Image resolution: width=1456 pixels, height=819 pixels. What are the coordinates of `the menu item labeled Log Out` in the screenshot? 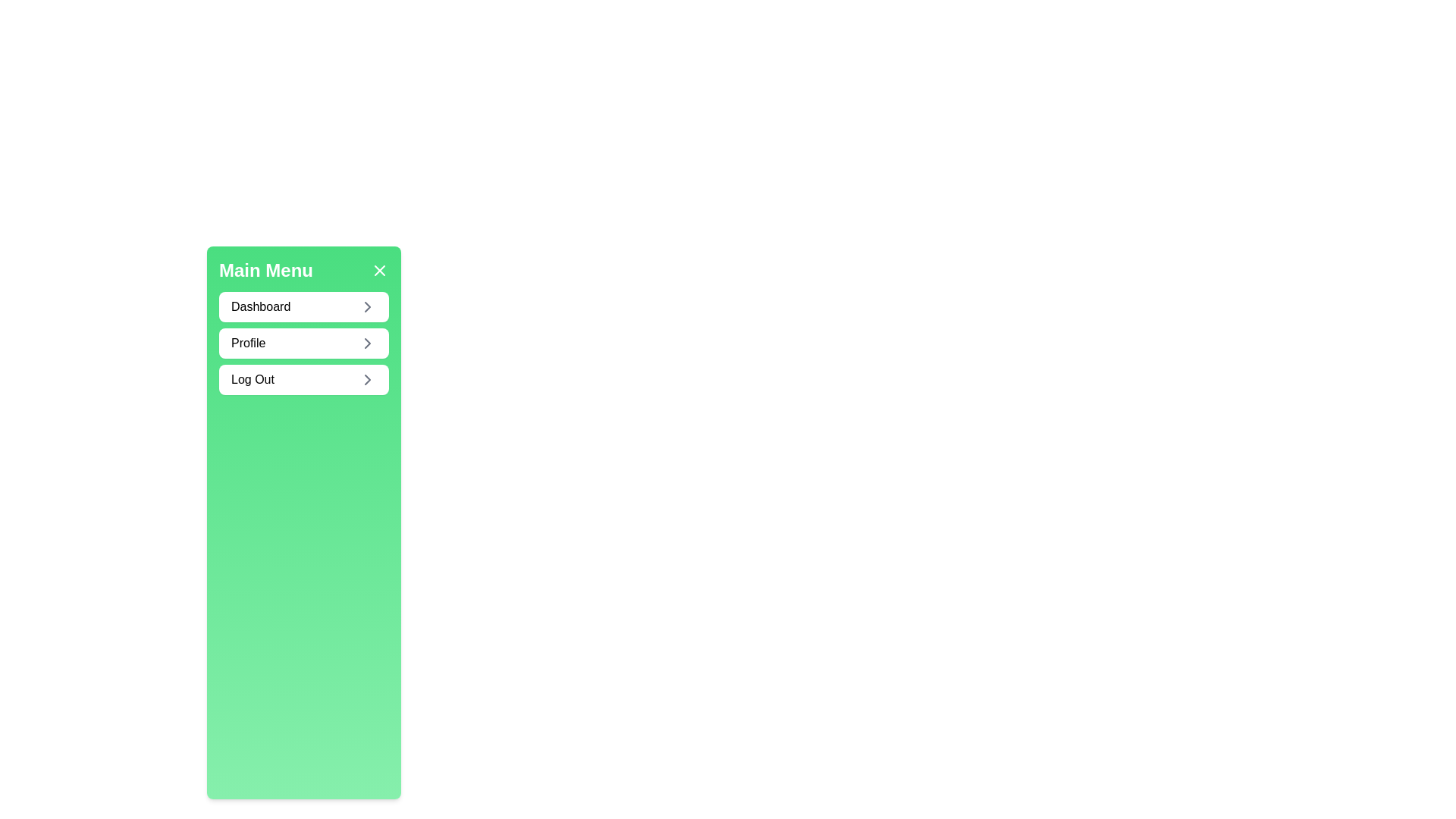 It's located at (303, 379).